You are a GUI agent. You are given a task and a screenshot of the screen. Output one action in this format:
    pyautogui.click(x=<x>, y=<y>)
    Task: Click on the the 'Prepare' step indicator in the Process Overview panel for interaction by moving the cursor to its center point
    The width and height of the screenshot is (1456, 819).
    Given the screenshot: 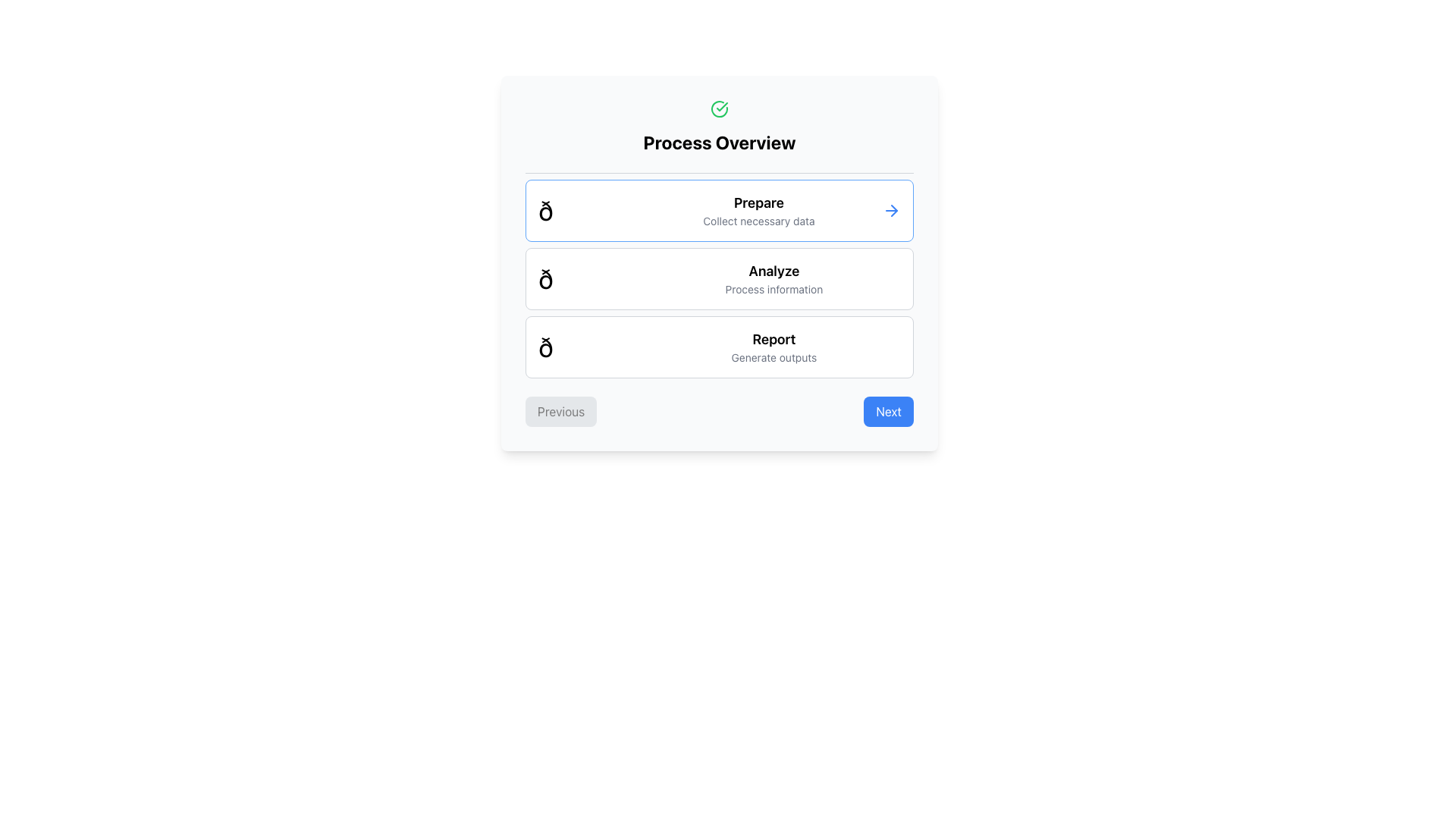 What is the action you would take?
    pyautogui.click(x=719, y=210)
    